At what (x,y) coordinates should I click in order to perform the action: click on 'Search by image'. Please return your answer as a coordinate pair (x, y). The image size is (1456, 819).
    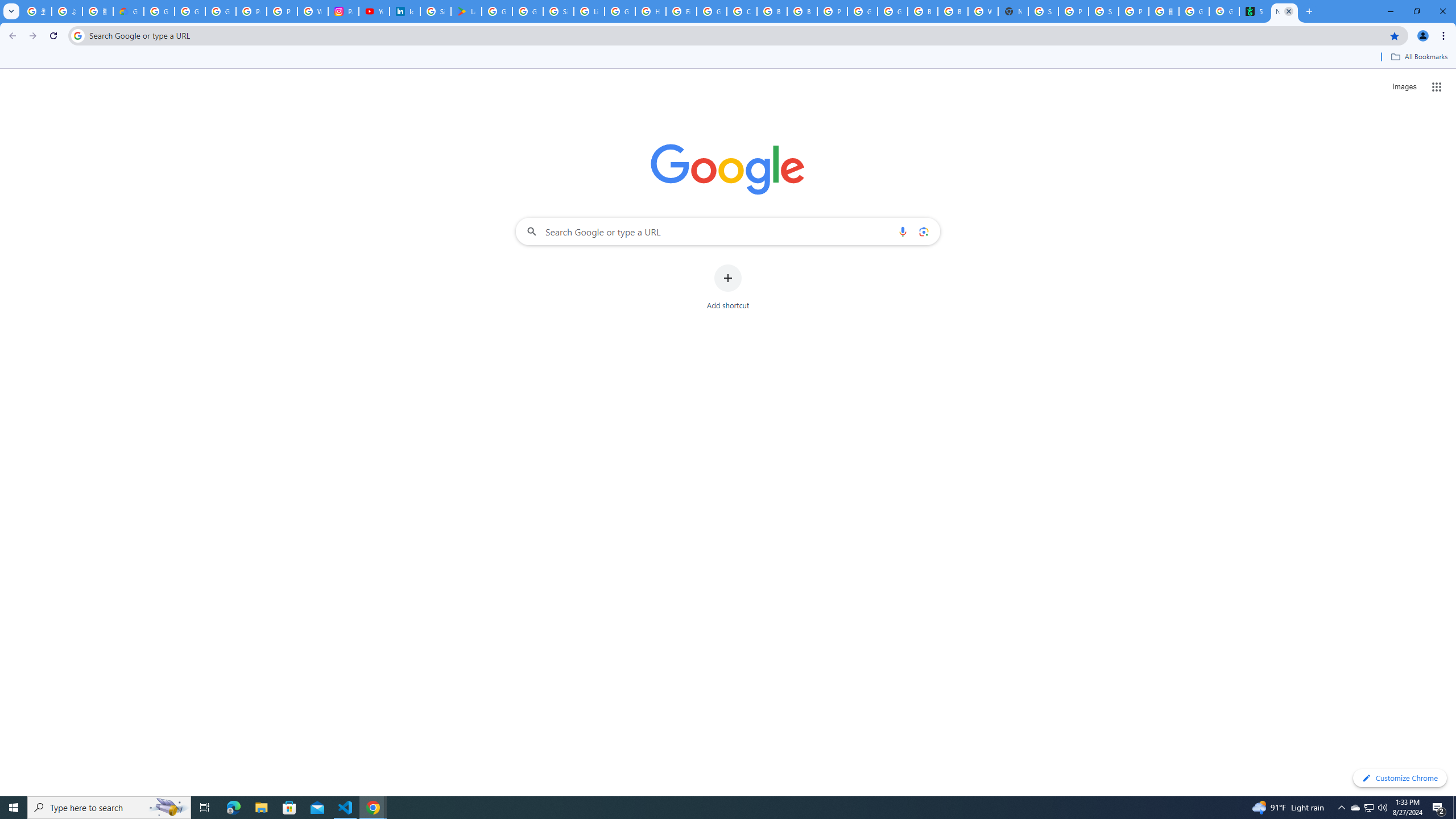
    Looking at the image, I should click on (923, 230).